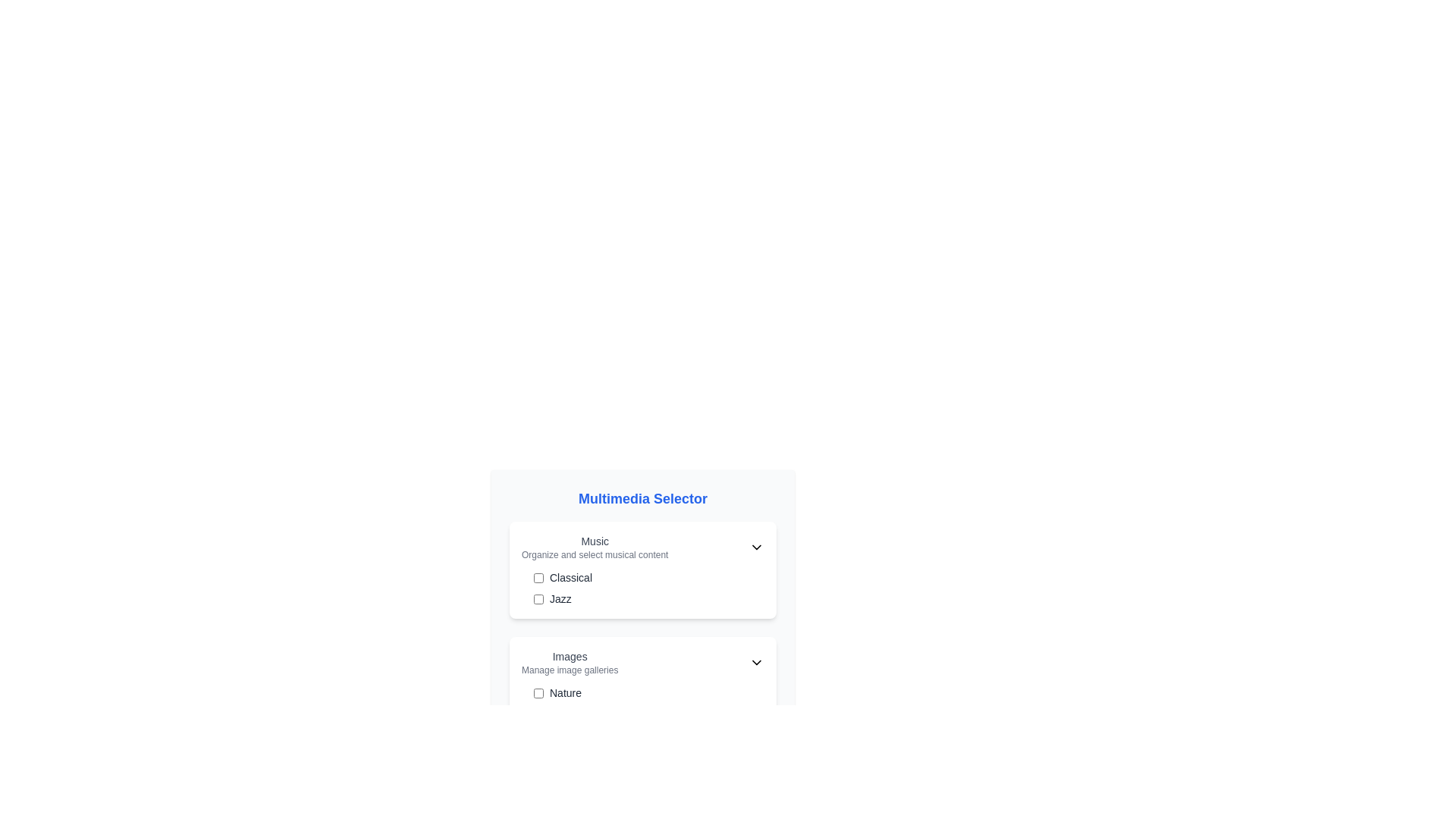 The height and width of the screenshot is (819, 1456). Describe the element at coordinates (569, 656) in the screenshot. I see `the 'Images' text label located in the 'Multimedia Selector' section, which is above 'Manage image galleries'` at that location.